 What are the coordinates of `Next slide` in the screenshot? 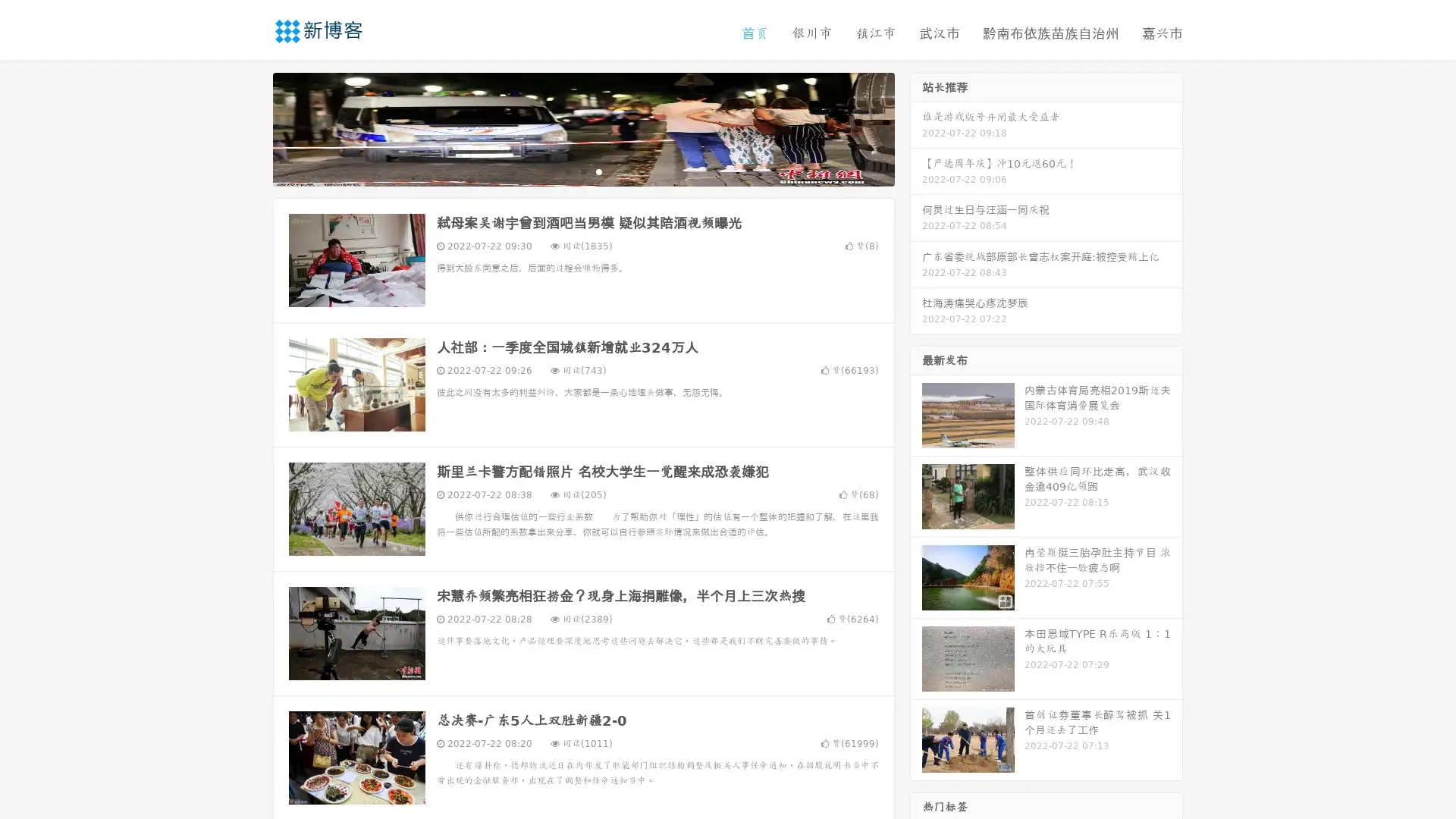 It's located at (916, 127).